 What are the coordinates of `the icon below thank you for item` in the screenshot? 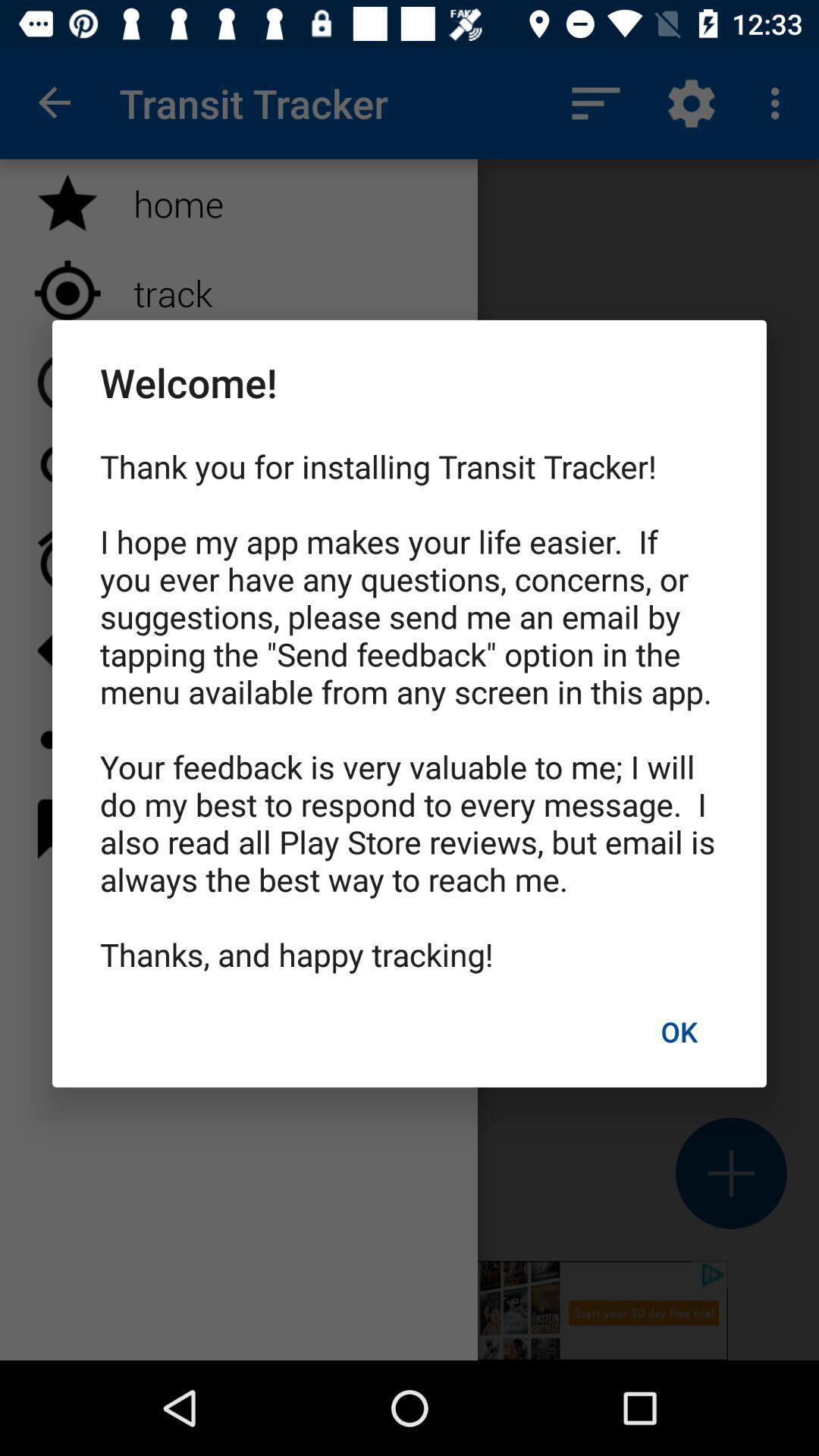 It's located at (678, 1031).